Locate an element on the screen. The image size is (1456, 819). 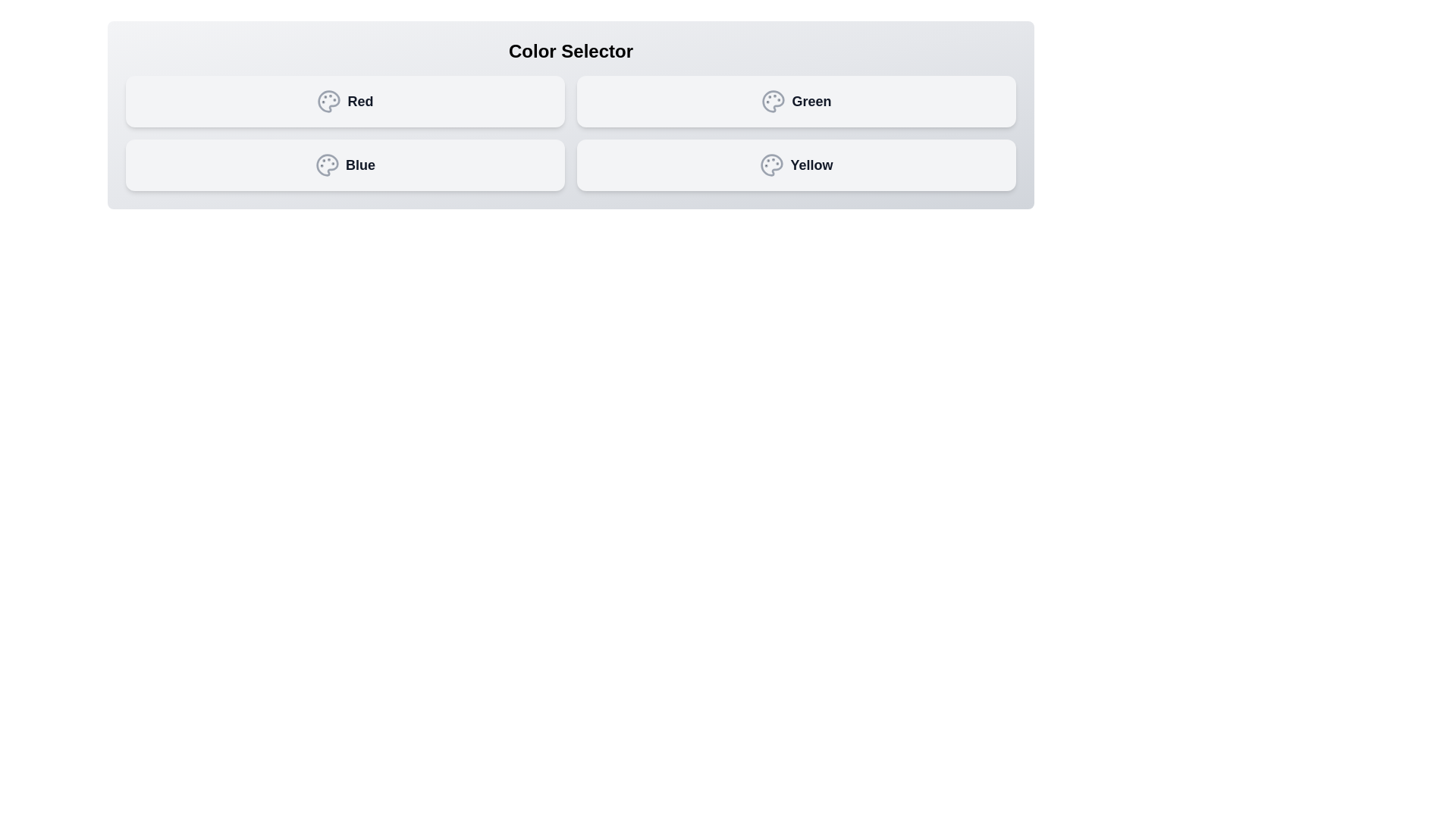
the button labeled Blue to observe its hover effect is located at coordinates (344, 165).